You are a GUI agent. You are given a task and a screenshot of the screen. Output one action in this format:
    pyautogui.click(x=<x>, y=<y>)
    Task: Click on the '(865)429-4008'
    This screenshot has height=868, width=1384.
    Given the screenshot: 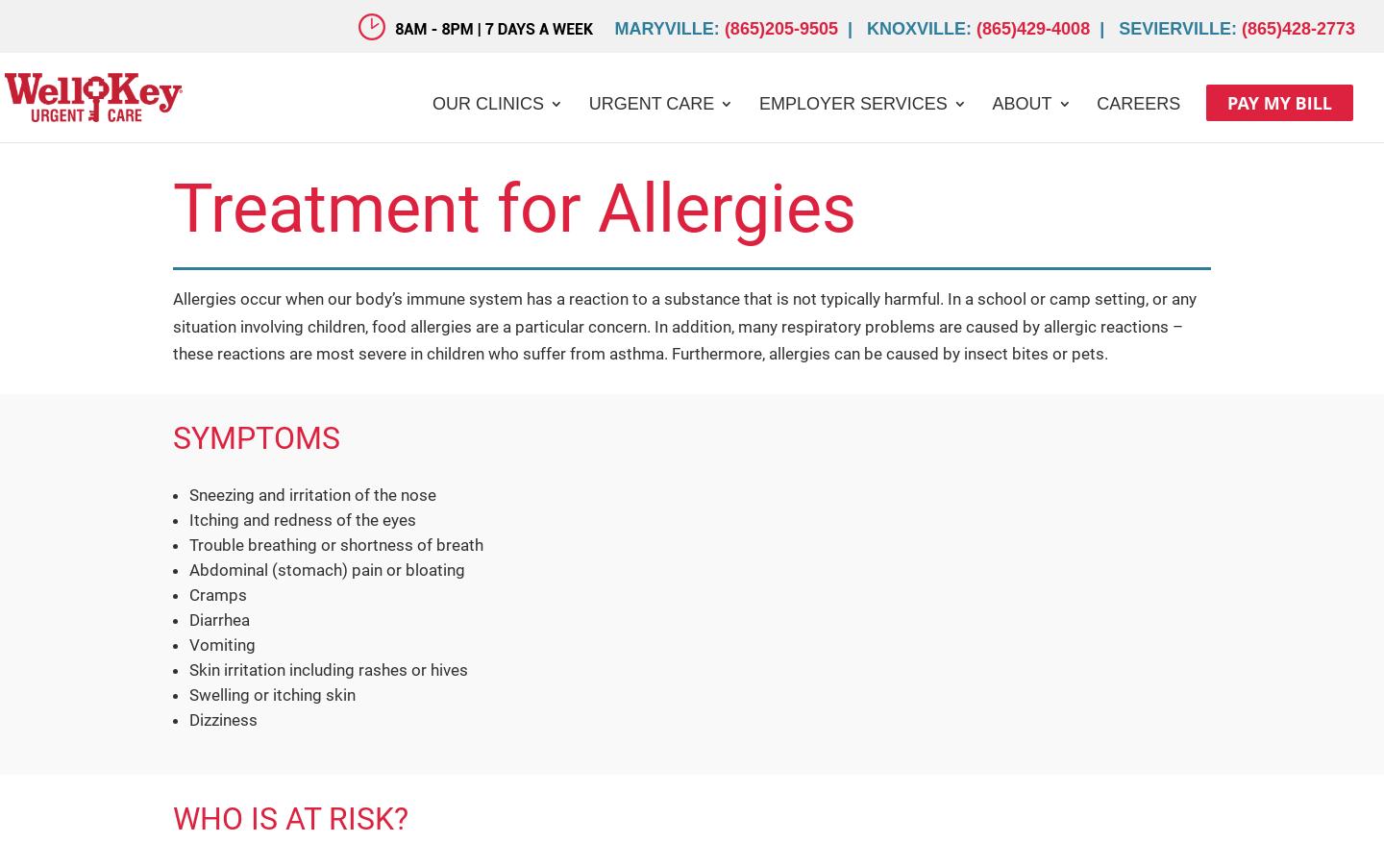 What is the action you would take?
    pyautogui.click(x=1032, y=27)
    